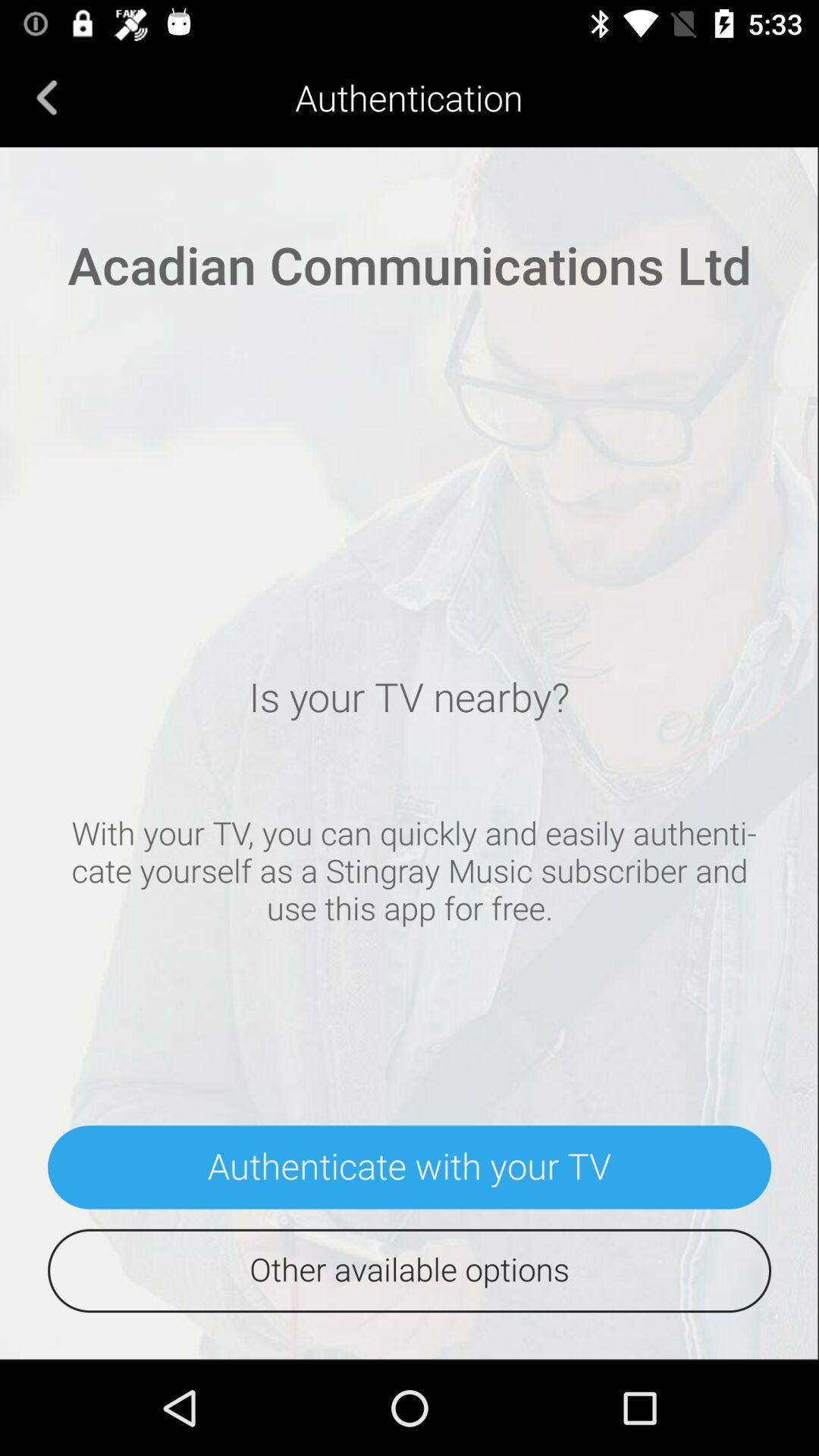 The height and width of the screenshot is (1456, 819). Describe the element at coordinates (409, 1270) in the screenshot. I see `the item below authenticate with your item` at that location.